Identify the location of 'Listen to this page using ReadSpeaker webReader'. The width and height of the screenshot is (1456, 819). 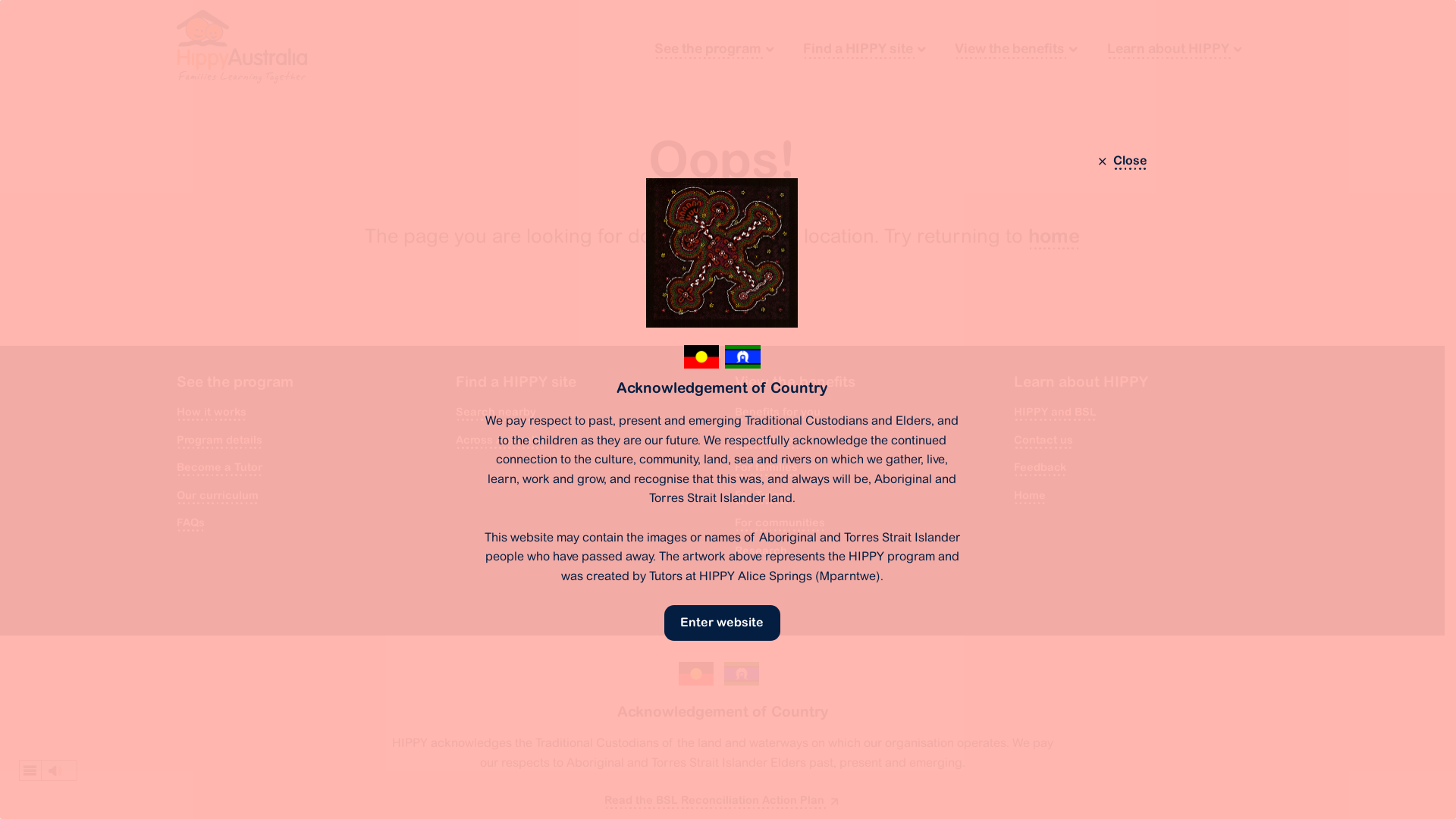
(48, 770).